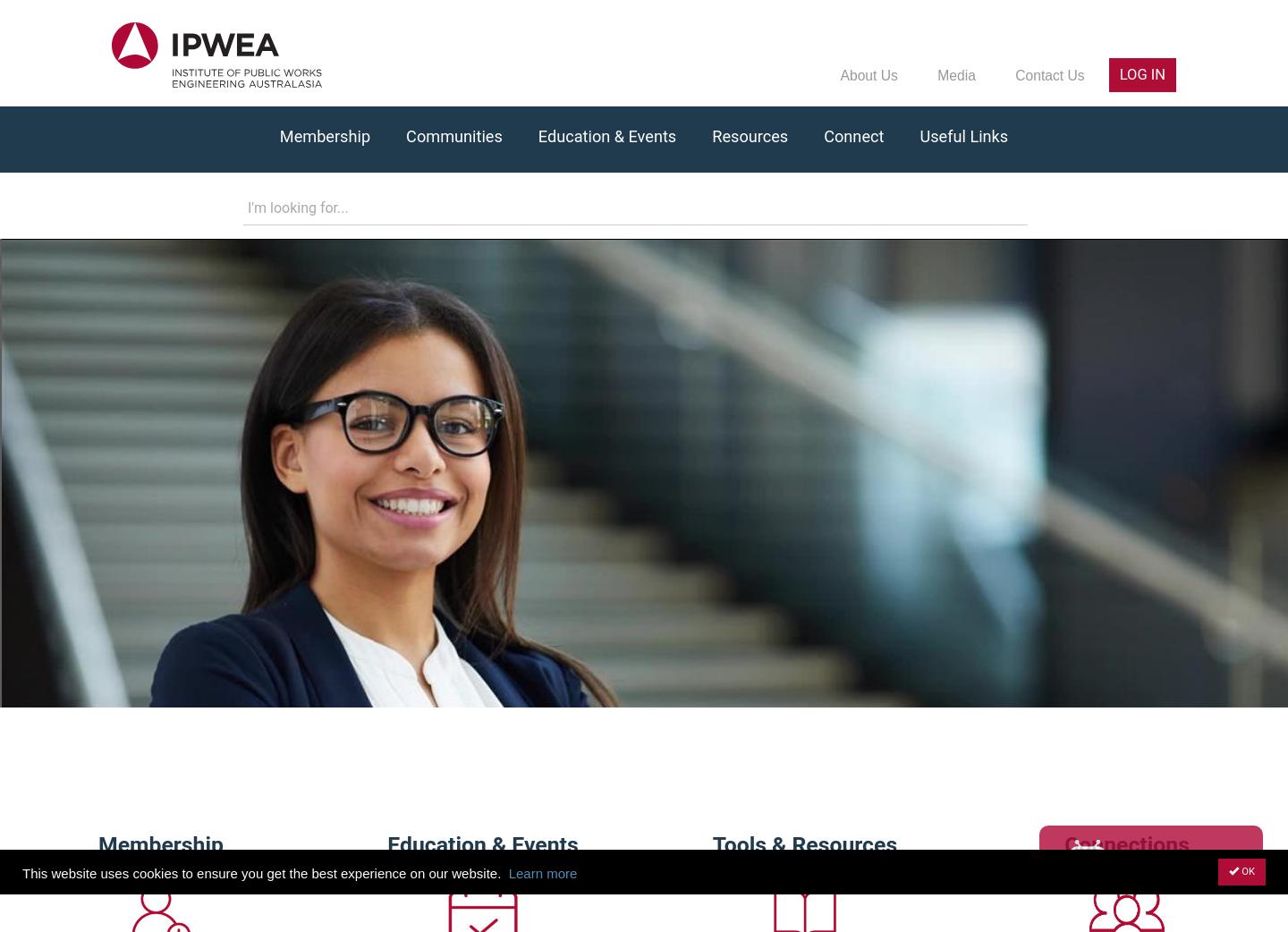 Image resolution: width=1288 pixels, height=932 pixels. Describe the element at coordinates (1246, 870) in the screenshot. I see `'OK'` at that location.